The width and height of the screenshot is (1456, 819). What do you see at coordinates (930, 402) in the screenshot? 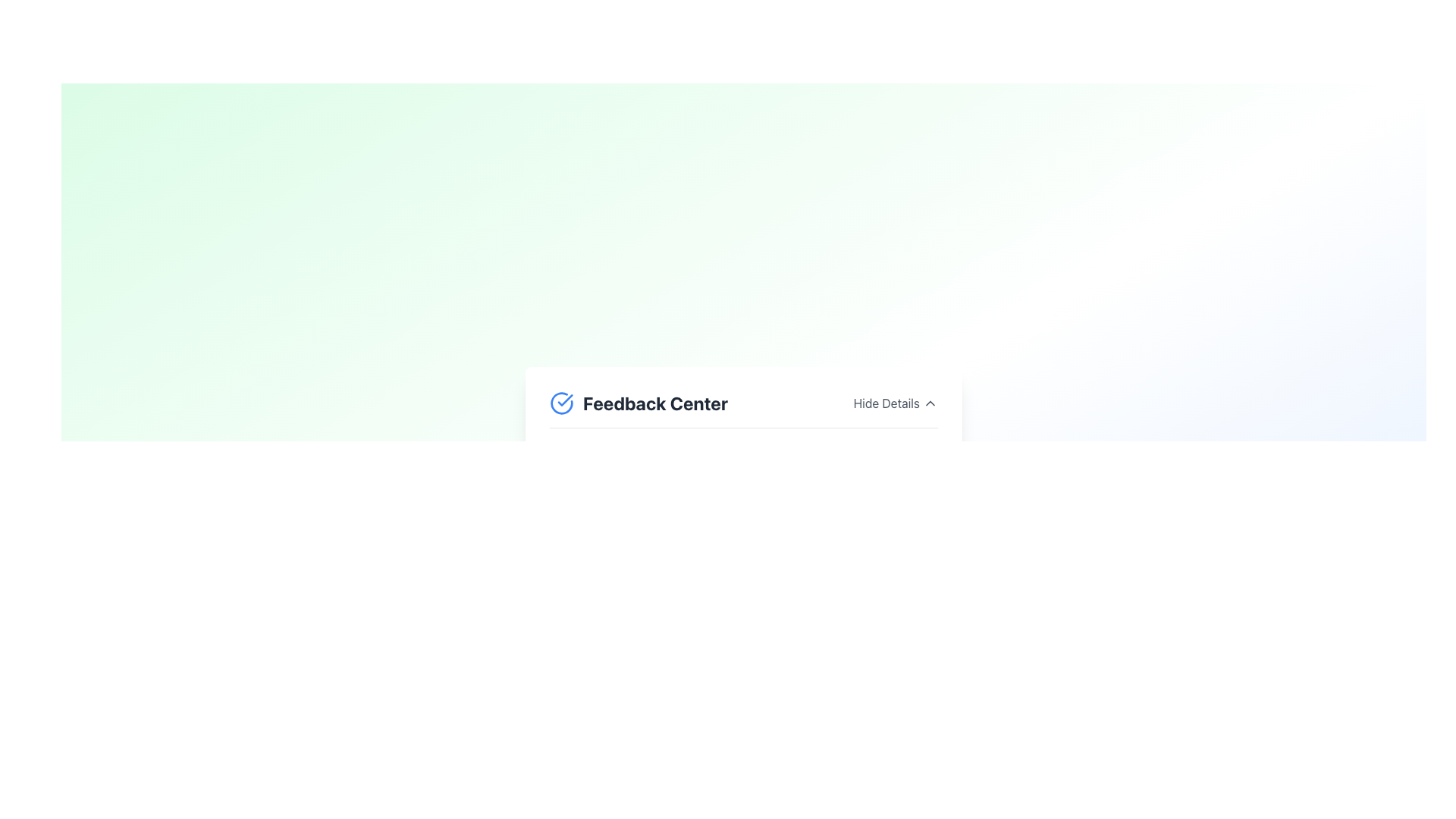
I see `the toggle icon located to the immediate right of the 'Hide Details' text` at bounding box center [930, 402].